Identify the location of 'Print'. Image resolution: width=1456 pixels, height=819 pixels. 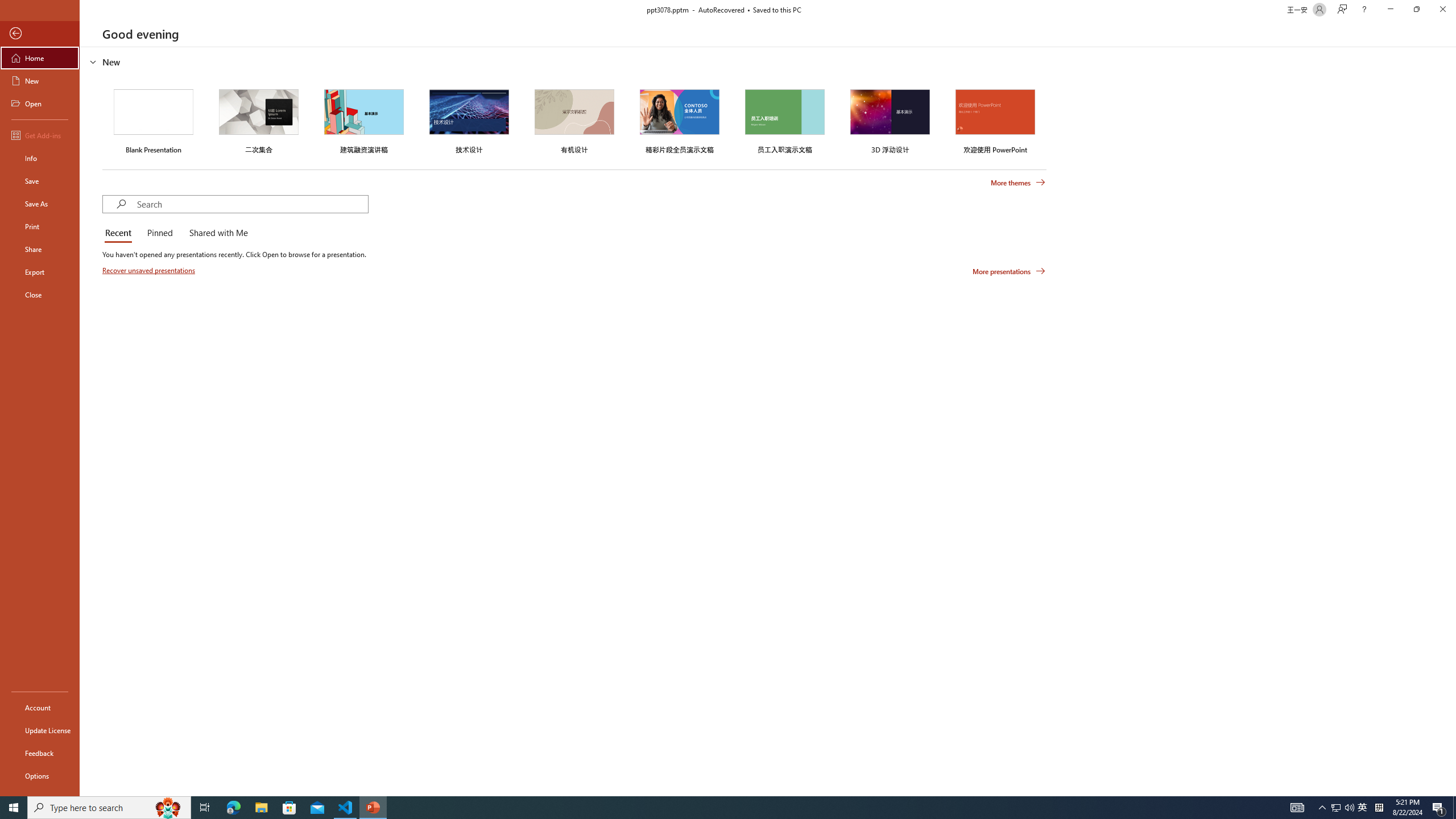
(39, 226).